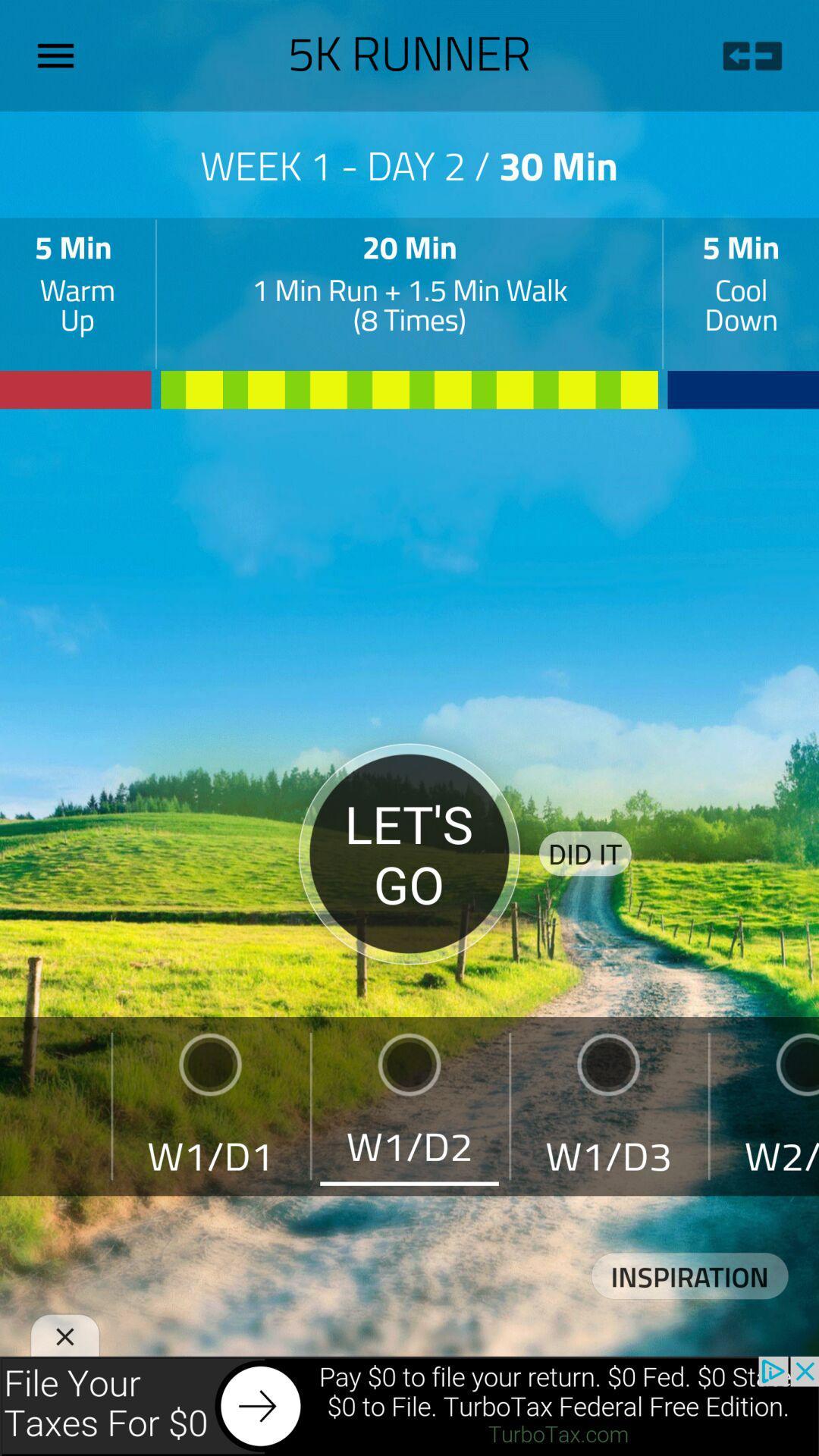 This screenshot has height=1456, width=819. What do you see at coordinates (61, 55) in the screenshot?
I see `open menu` at bounding box center [61, 55].